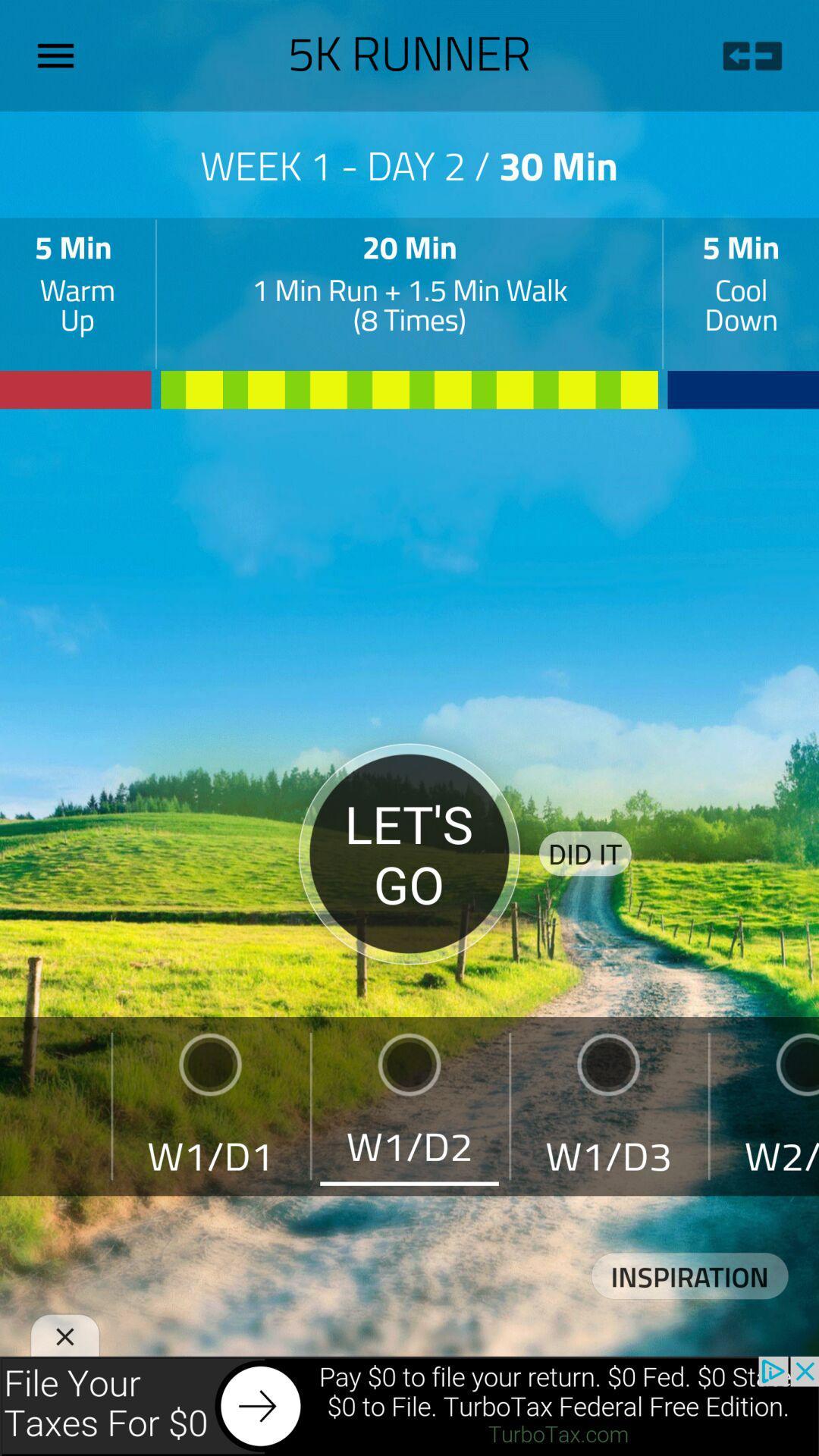 This screenshot has height=1456, width=819. What do you see at coordinates (61, 55) in the screenshot?
I see `open menu` at bounding box center [61, 55].